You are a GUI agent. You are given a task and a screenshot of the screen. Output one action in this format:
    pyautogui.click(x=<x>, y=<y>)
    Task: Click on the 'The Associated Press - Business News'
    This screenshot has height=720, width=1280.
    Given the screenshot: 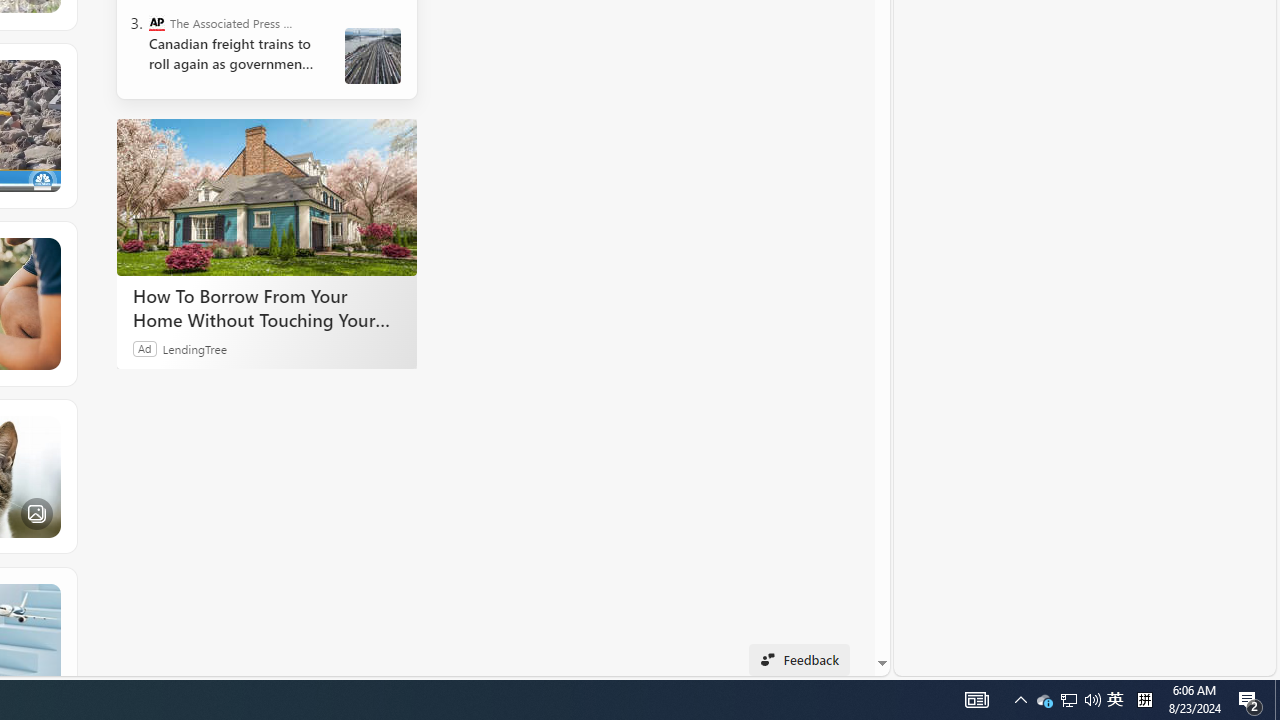 What is the action you would take?
    pyautogui.click(x=155, y=23)
    